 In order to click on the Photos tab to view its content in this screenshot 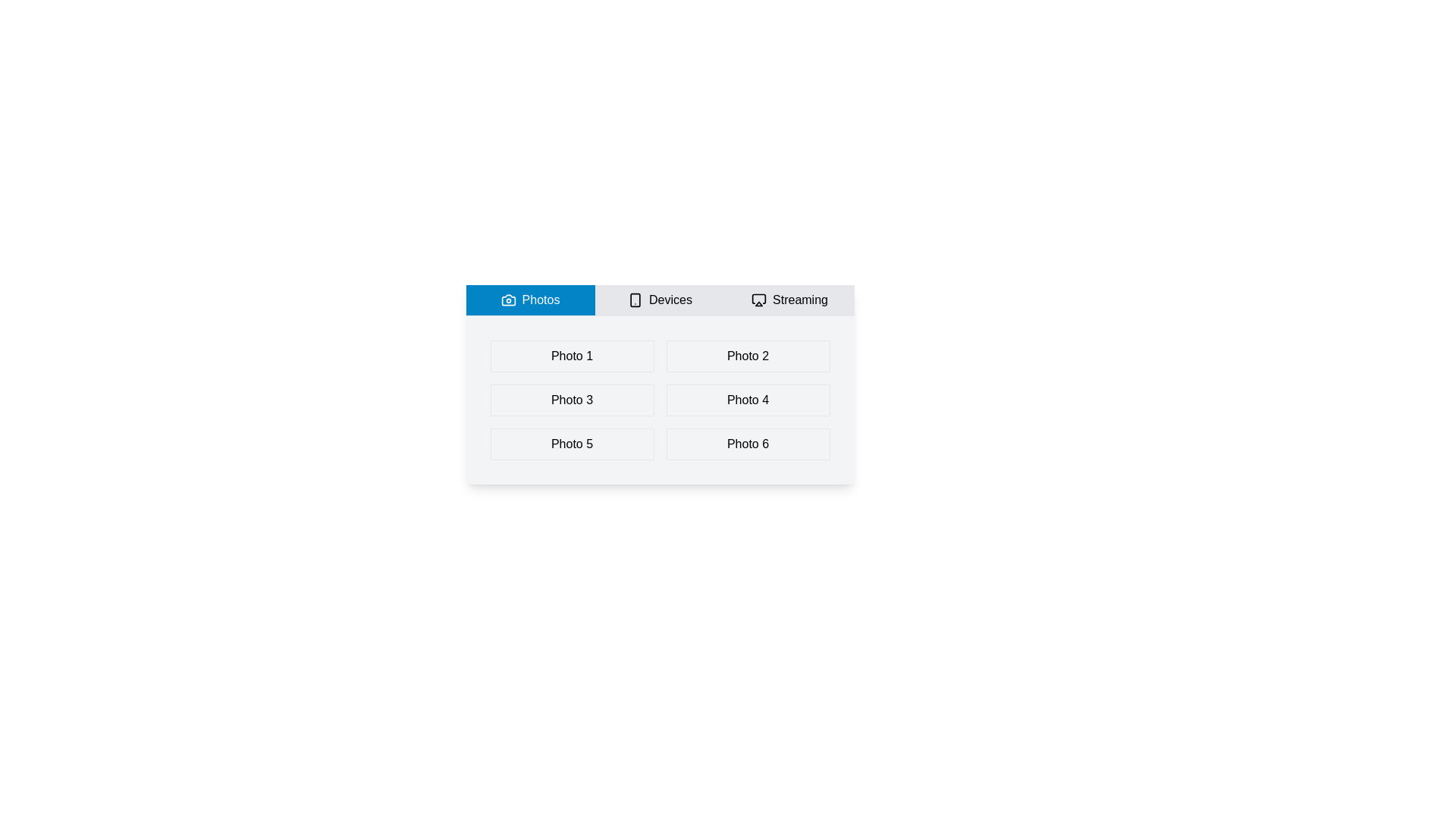, I will do `click(531, 300)`.